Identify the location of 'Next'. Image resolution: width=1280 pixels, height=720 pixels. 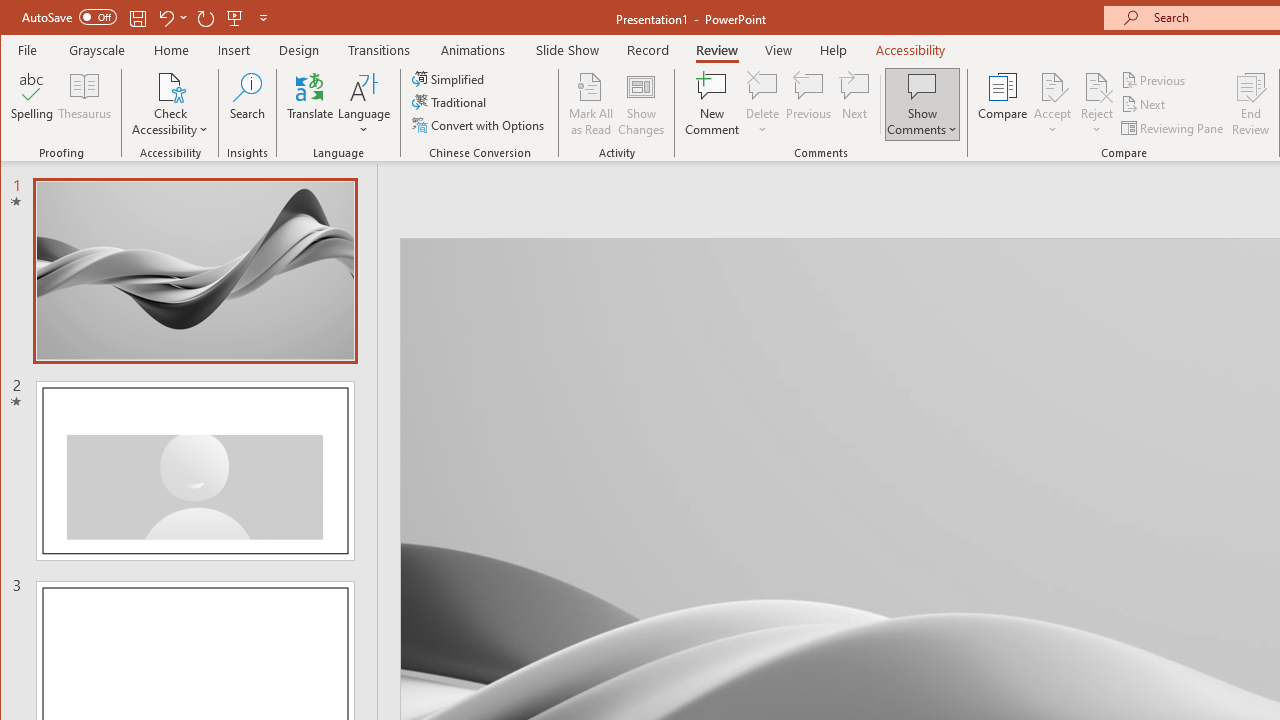
(1144, 104).